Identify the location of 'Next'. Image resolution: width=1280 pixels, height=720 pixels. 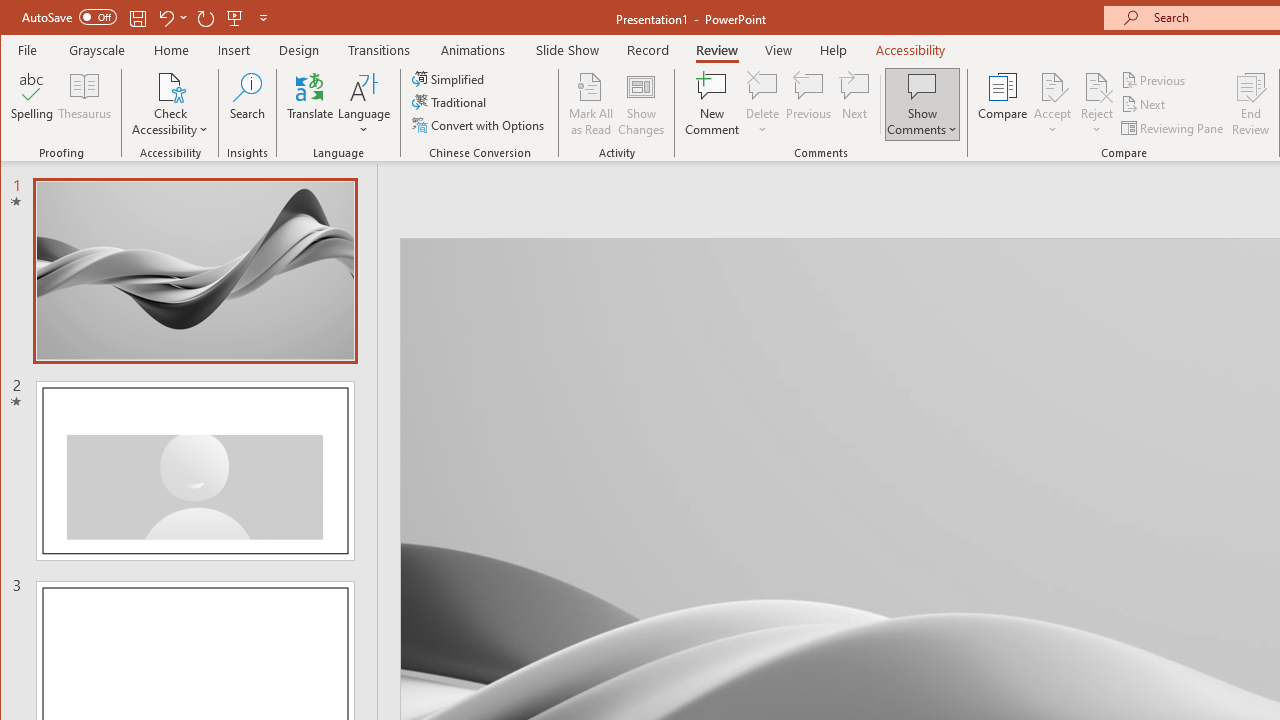
(1144, 104).